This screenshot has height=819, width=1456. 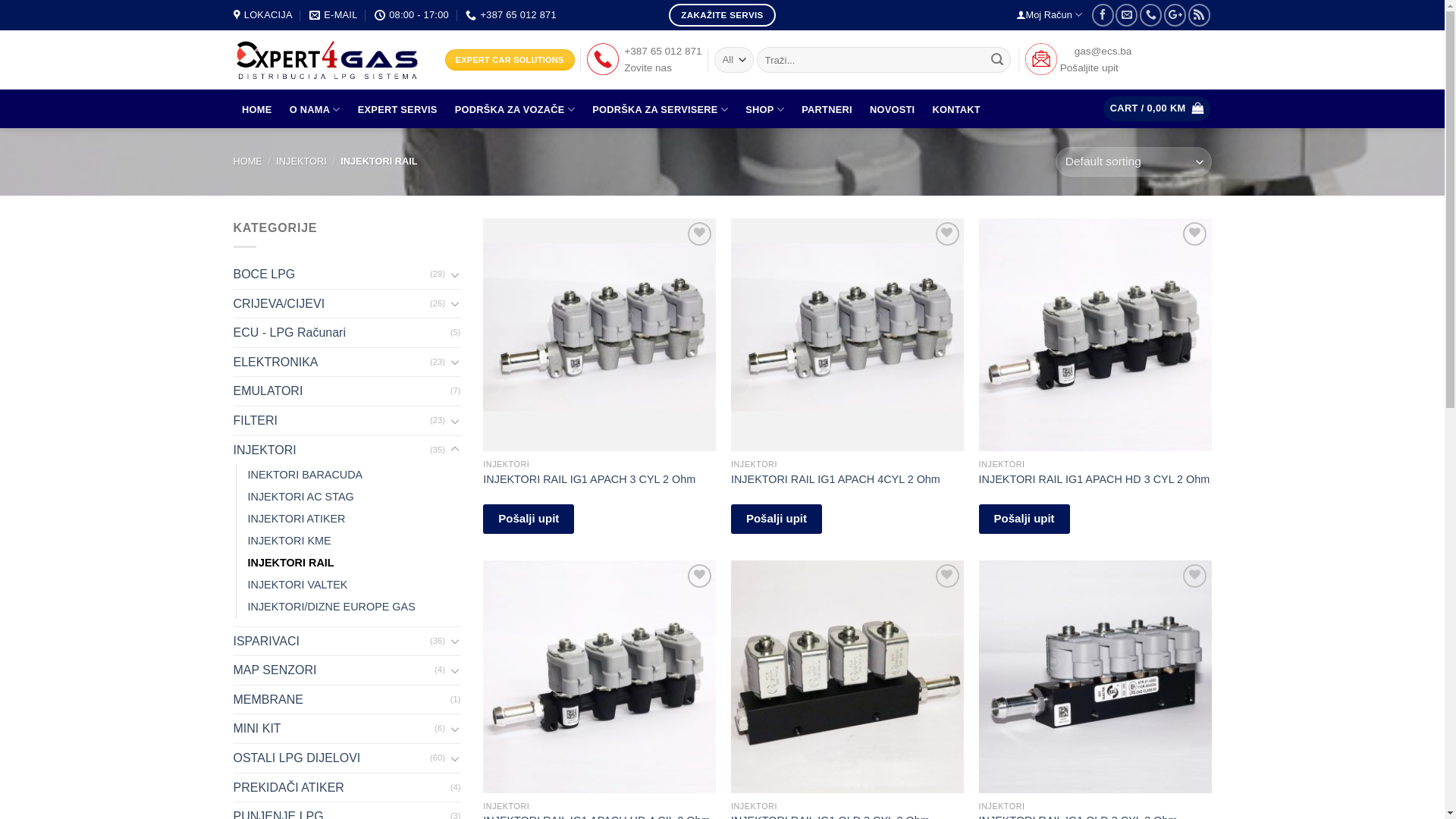 I want to click on 'INJEKTORI AC STAG', so click(x=247, y=497).